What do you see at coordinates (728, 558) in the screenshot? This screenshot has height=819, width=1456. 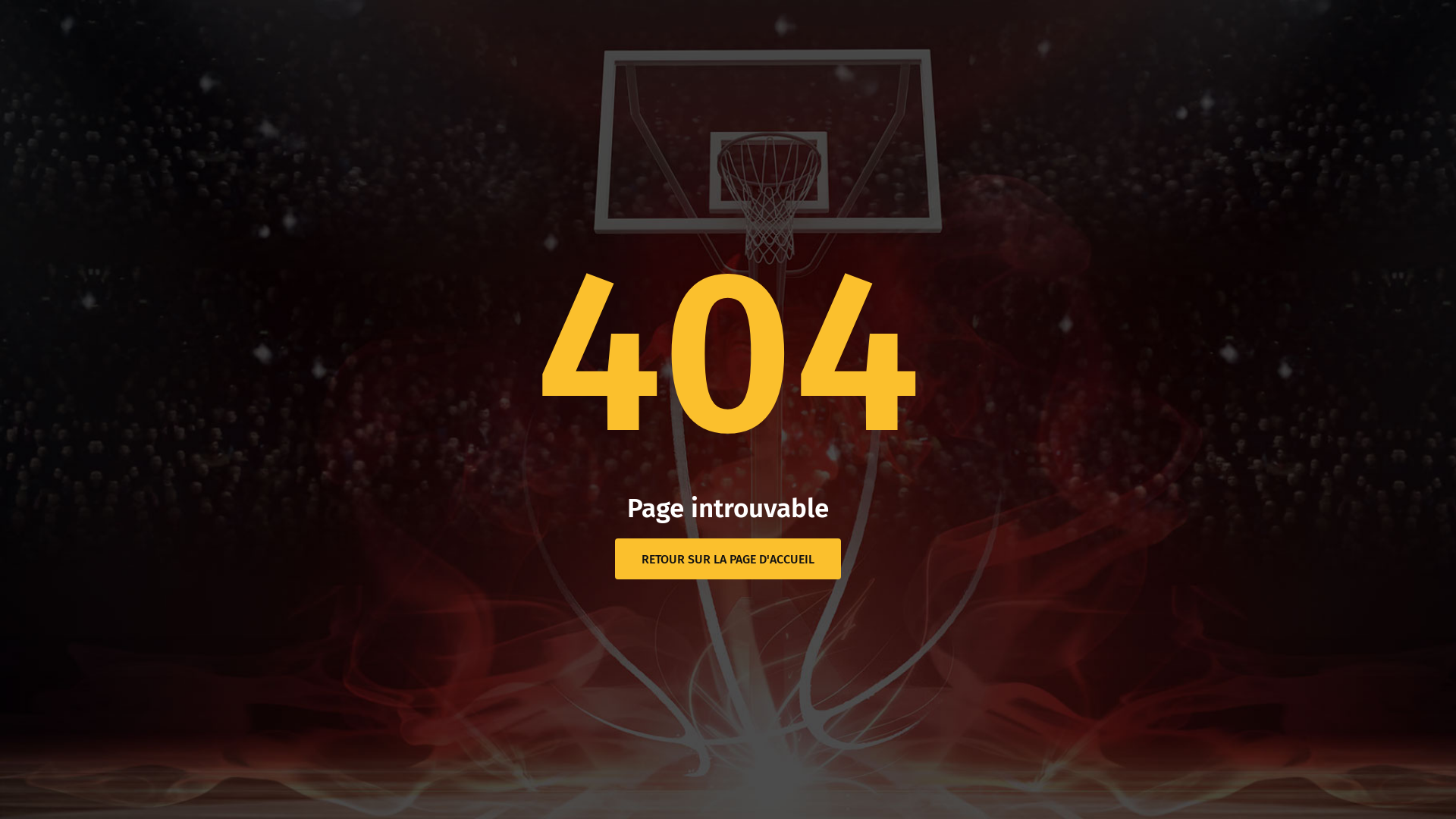 I see `'RETOUR SUR LA PAGE D'ACCUEIL'` at bounding box center [728, 558].